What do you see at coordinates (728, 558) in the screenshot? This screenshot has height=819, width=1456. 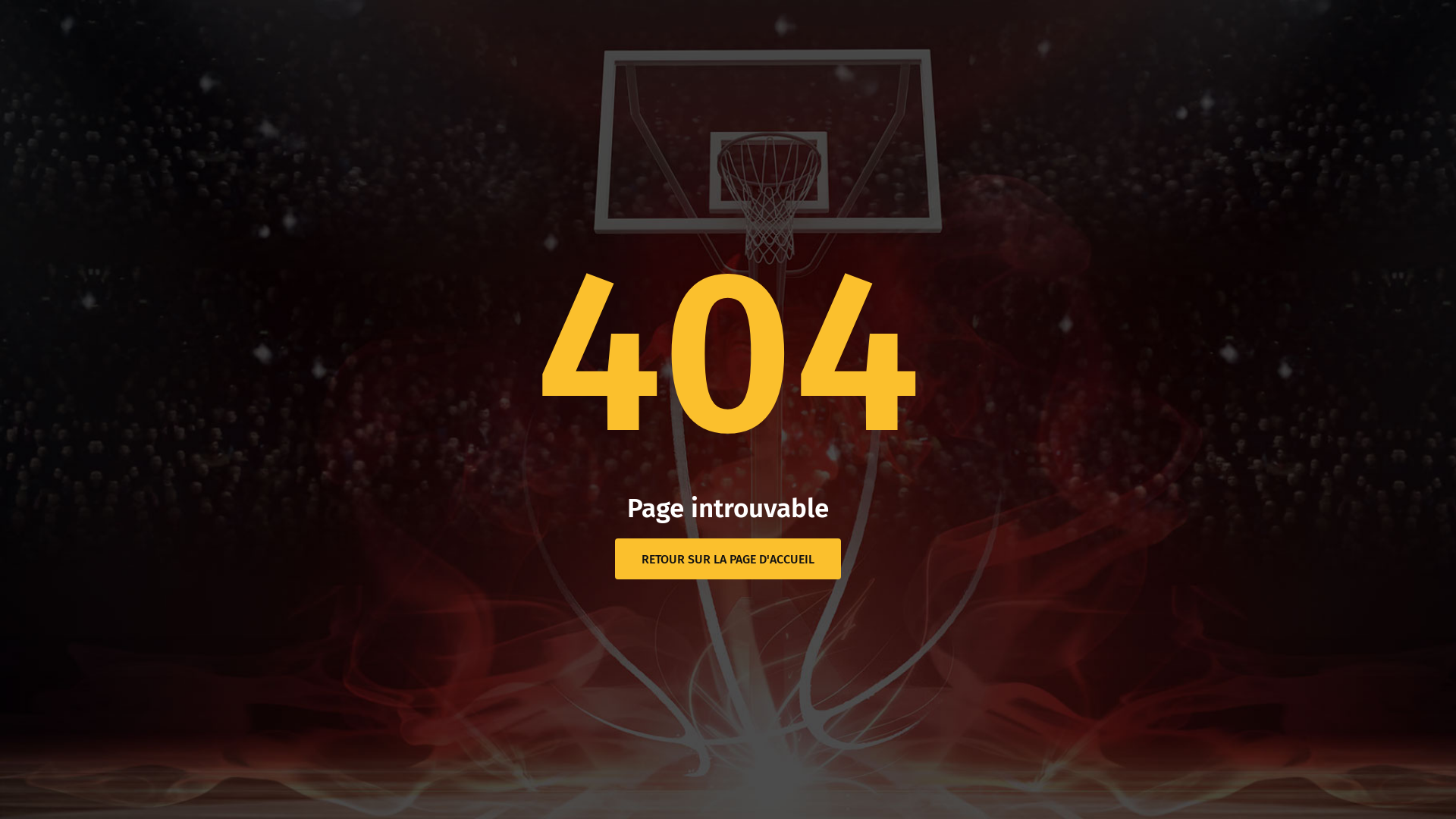 I see `'RETOUR SUR LA PAGE D'ACCUEIL'` at bounding box center [728, 558].